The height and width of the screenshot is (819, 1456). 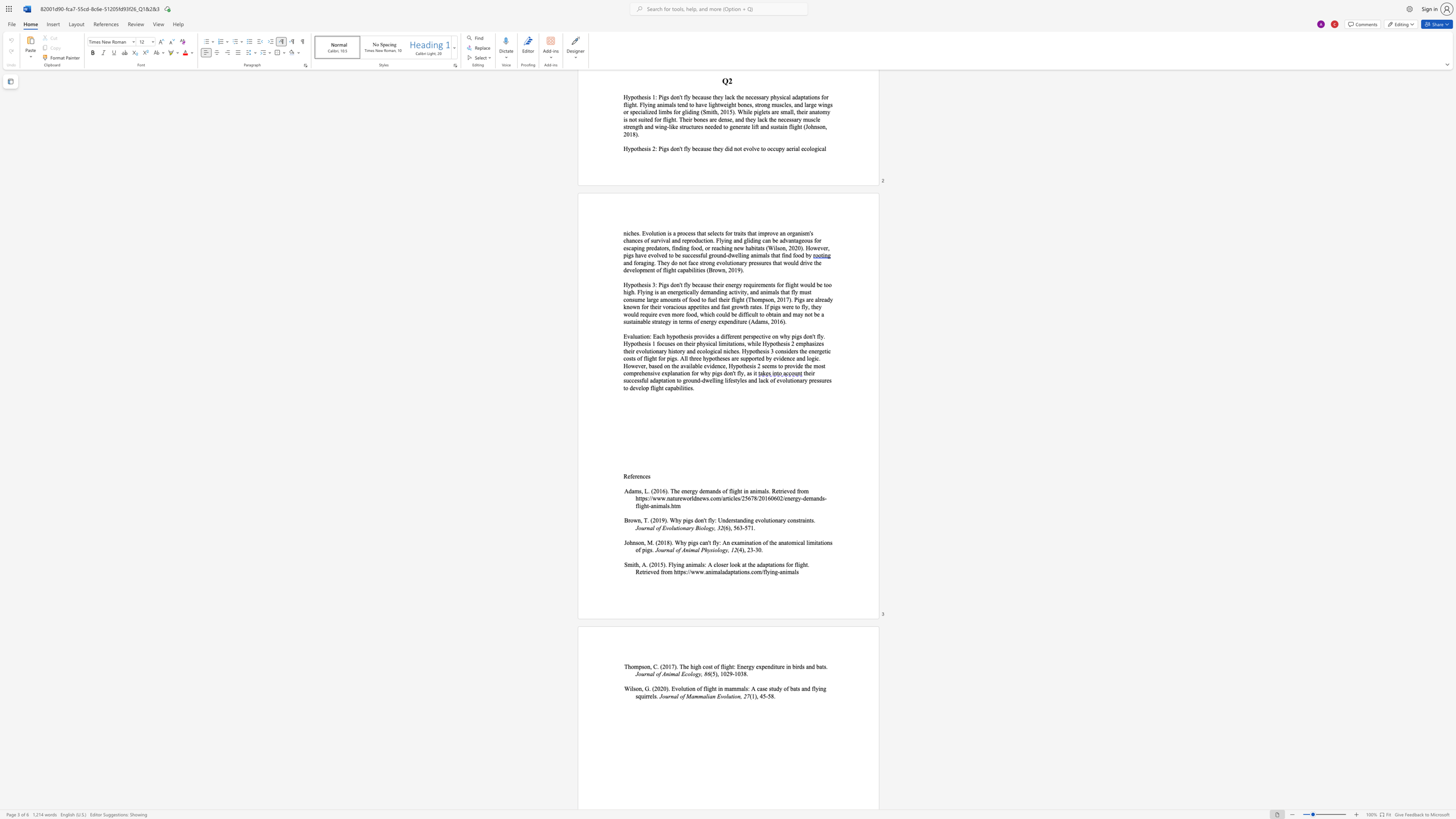 What do you see at coordinates (653, 696) in the screenshot?
I see `the 2th character "l" in the text` at bounding box center [653, 696].